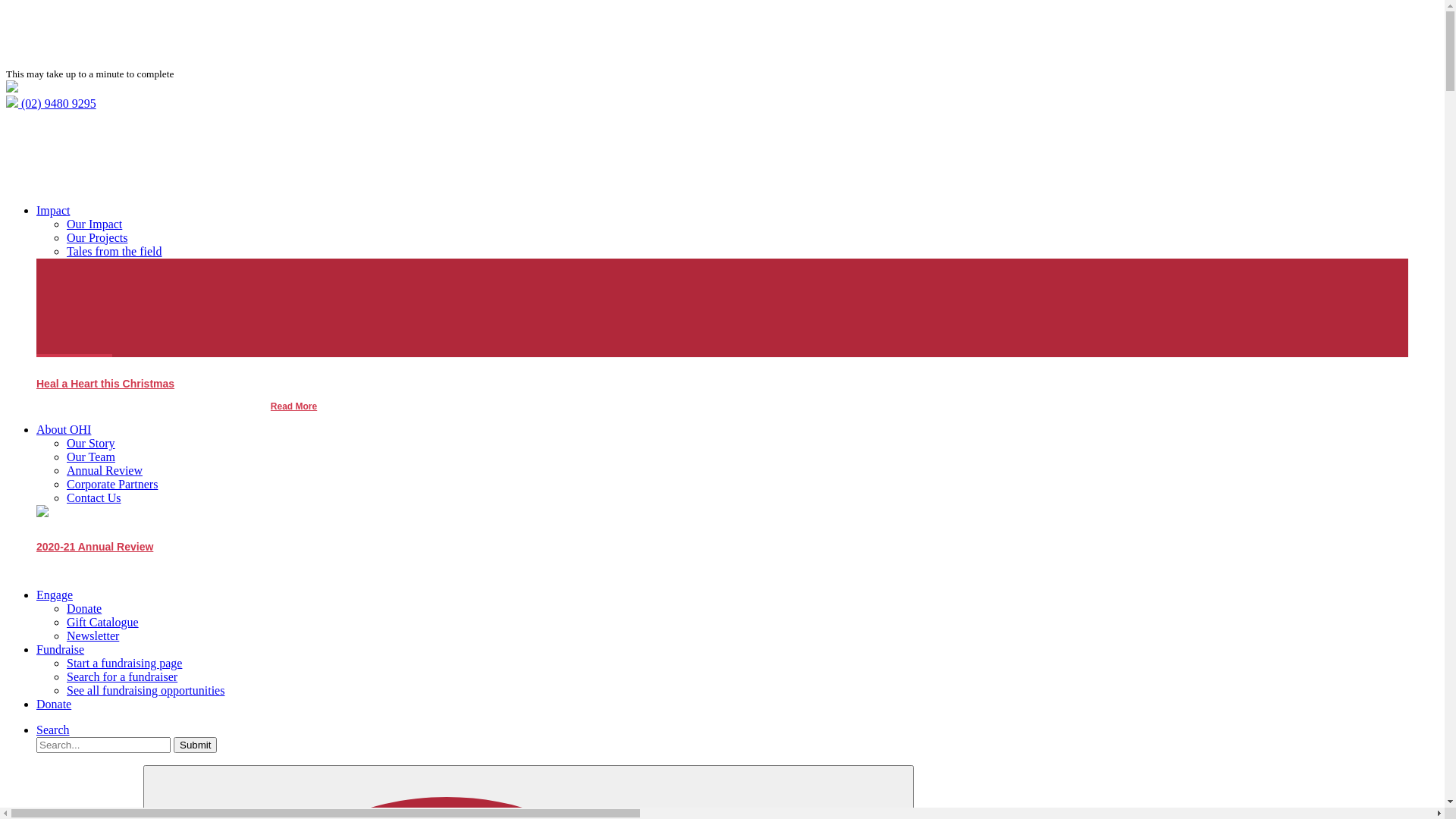 This screenshot has width=1456, height=819. Describe the element at coordinates (104, 469) in the screenshot. I see `'Annual Review'` at that location.